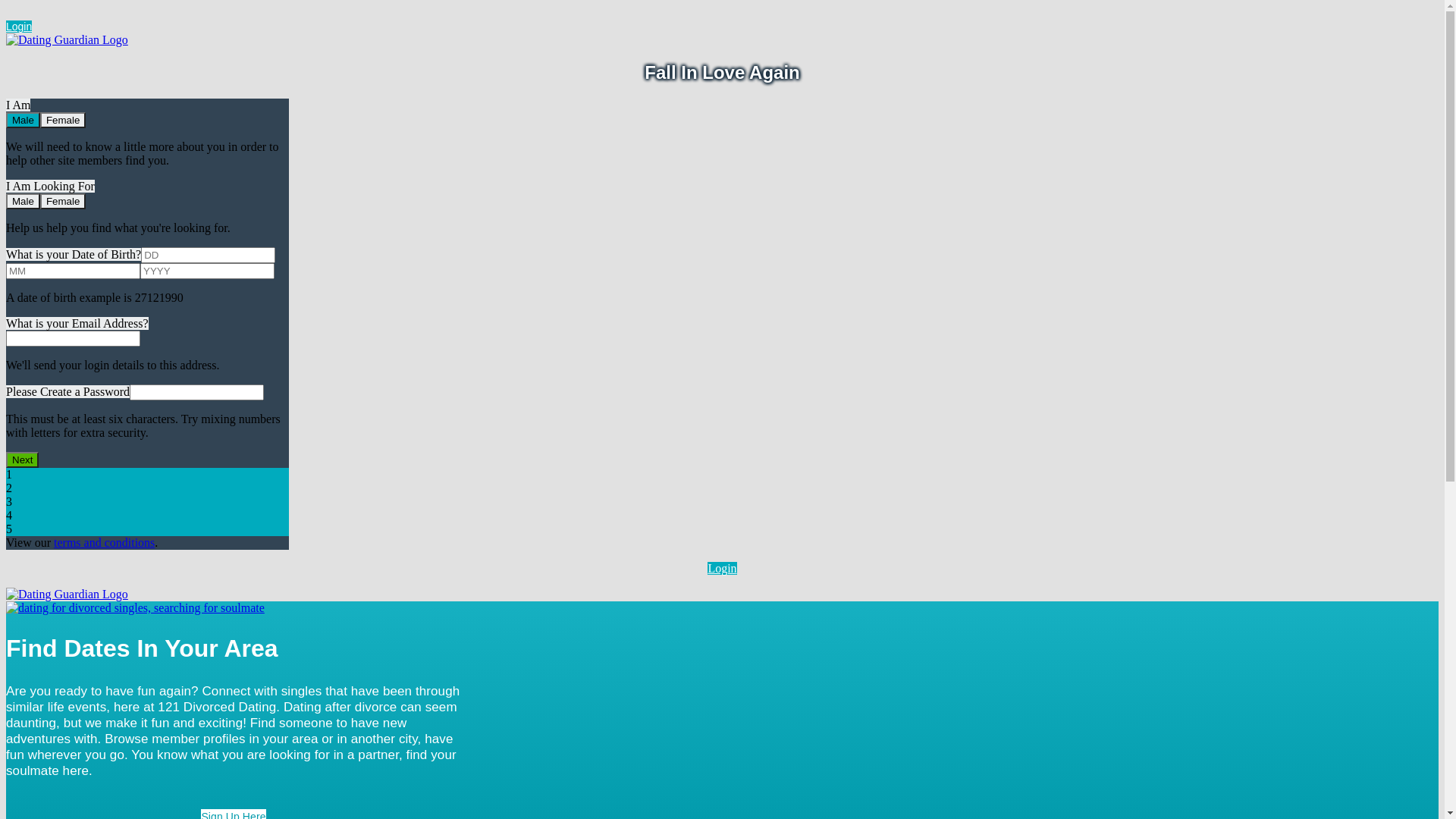 This screenshot has height=819, width=1456. What do you see at coordinates (61, 119) in the screenshot?
I see `'Female'` at bounding box center [61, 119].